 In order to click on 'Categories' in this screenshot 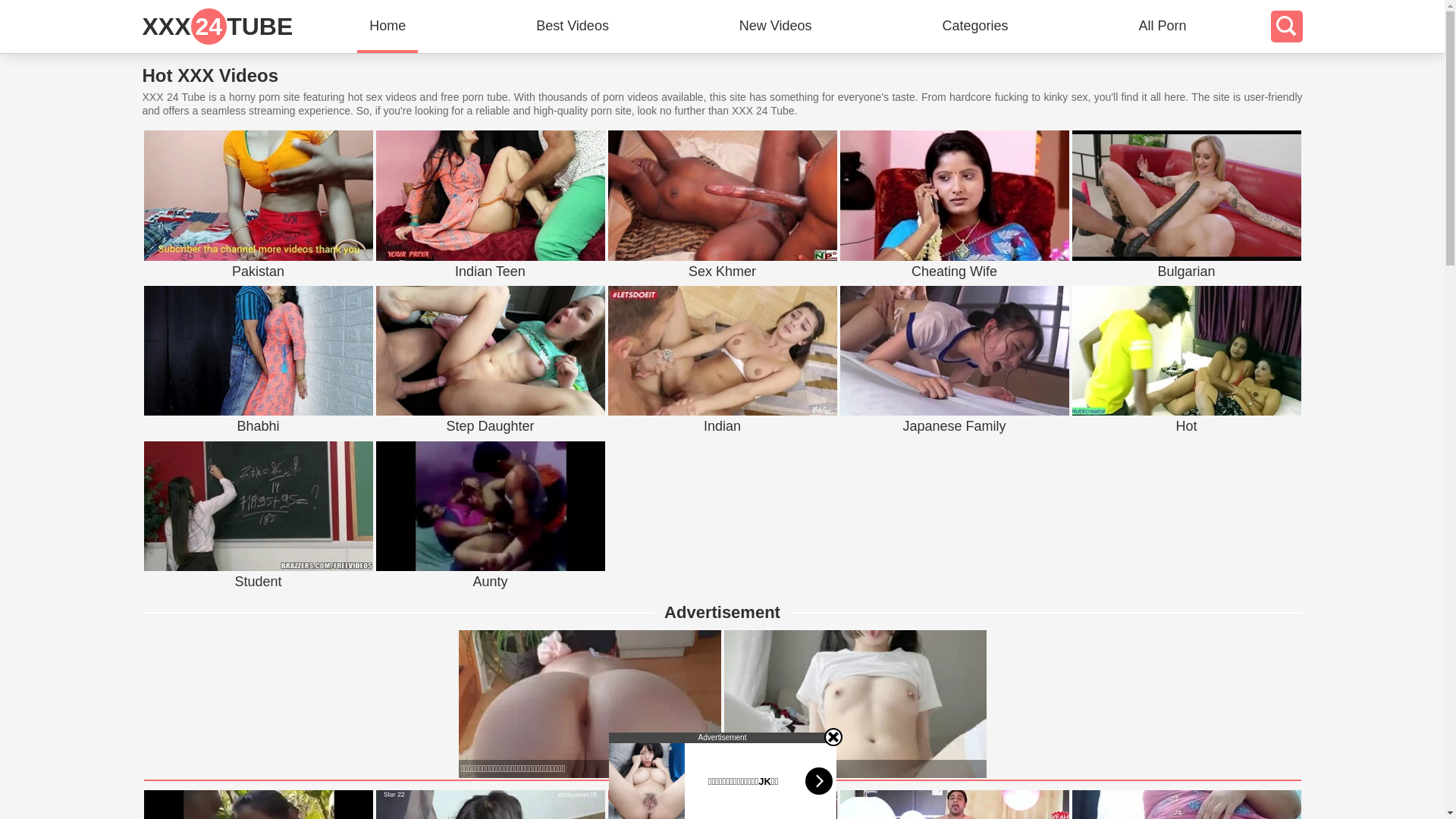, I will do `click(974, 26)`.